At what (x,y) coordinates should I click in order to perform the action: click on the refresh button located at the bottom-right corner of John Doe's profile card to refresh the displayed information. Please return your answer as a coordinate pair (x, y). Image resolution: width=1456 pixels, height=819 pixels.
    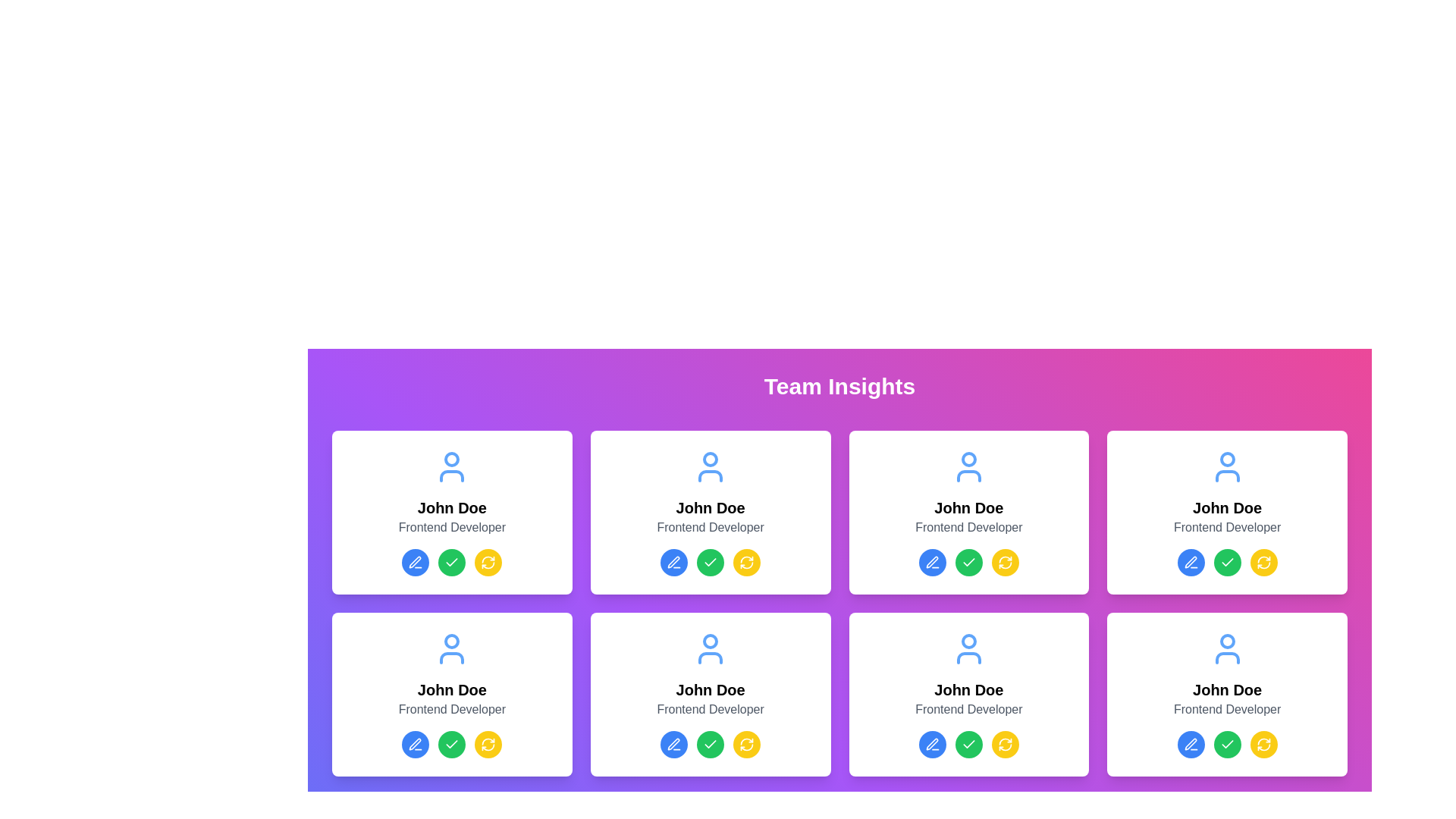
    Looking at the image, I should click on (488, 562).